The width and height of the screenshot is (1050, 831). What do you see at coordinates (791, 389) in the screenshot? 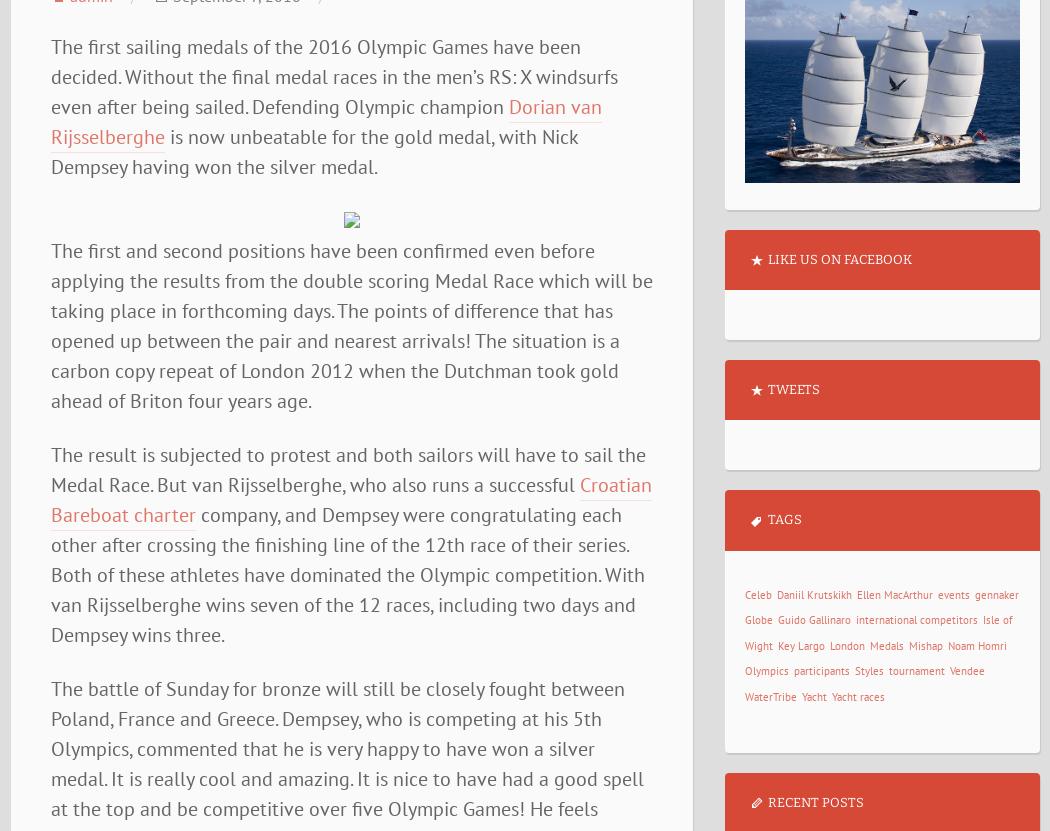
I see `'Tweets'` at bounding box center [791, 389].